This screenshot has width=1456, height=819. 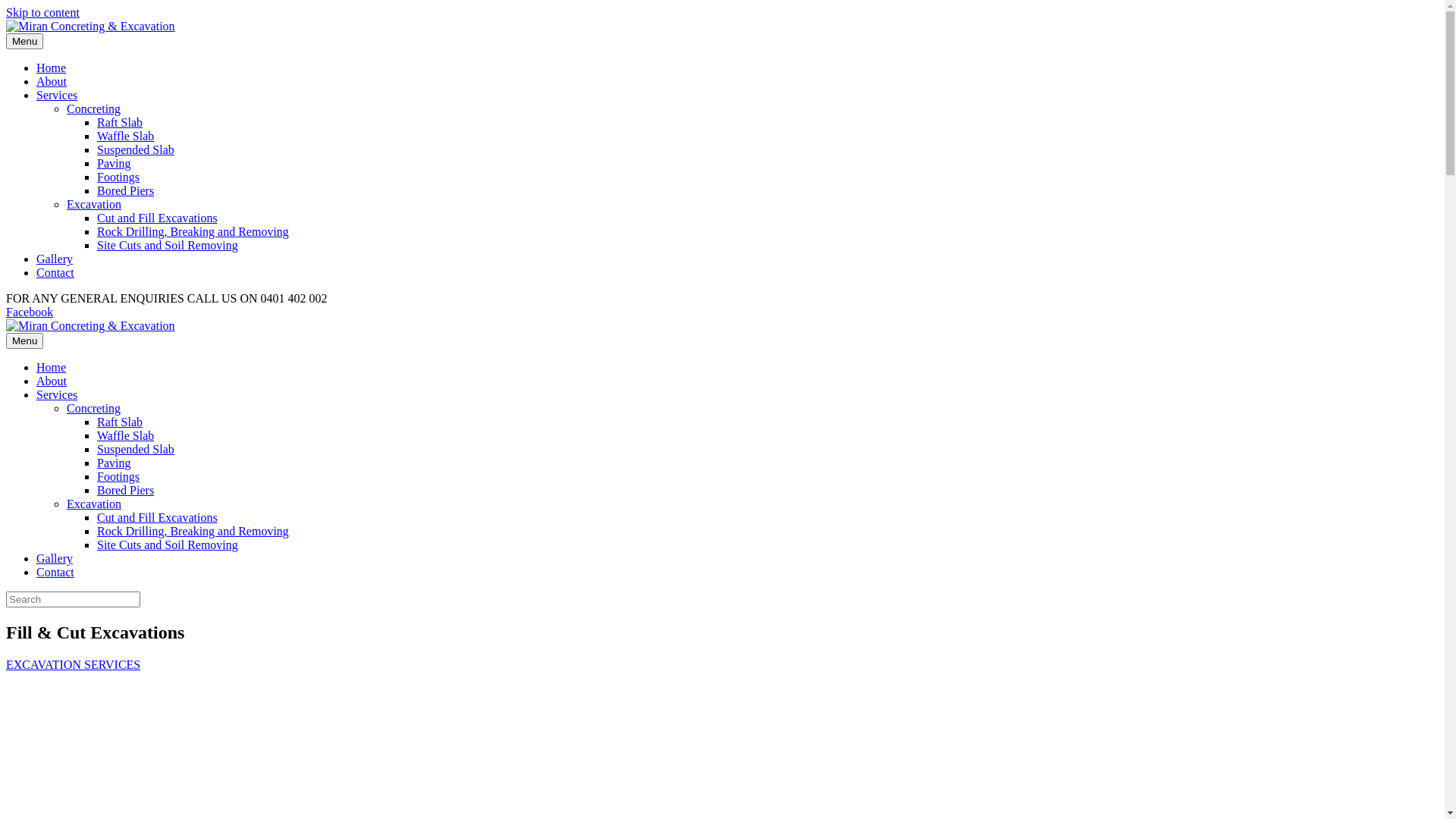 What do you see at coordinates (51, 367) in the screenshot?
I see `'Home'` at bounding box center [51, 367].